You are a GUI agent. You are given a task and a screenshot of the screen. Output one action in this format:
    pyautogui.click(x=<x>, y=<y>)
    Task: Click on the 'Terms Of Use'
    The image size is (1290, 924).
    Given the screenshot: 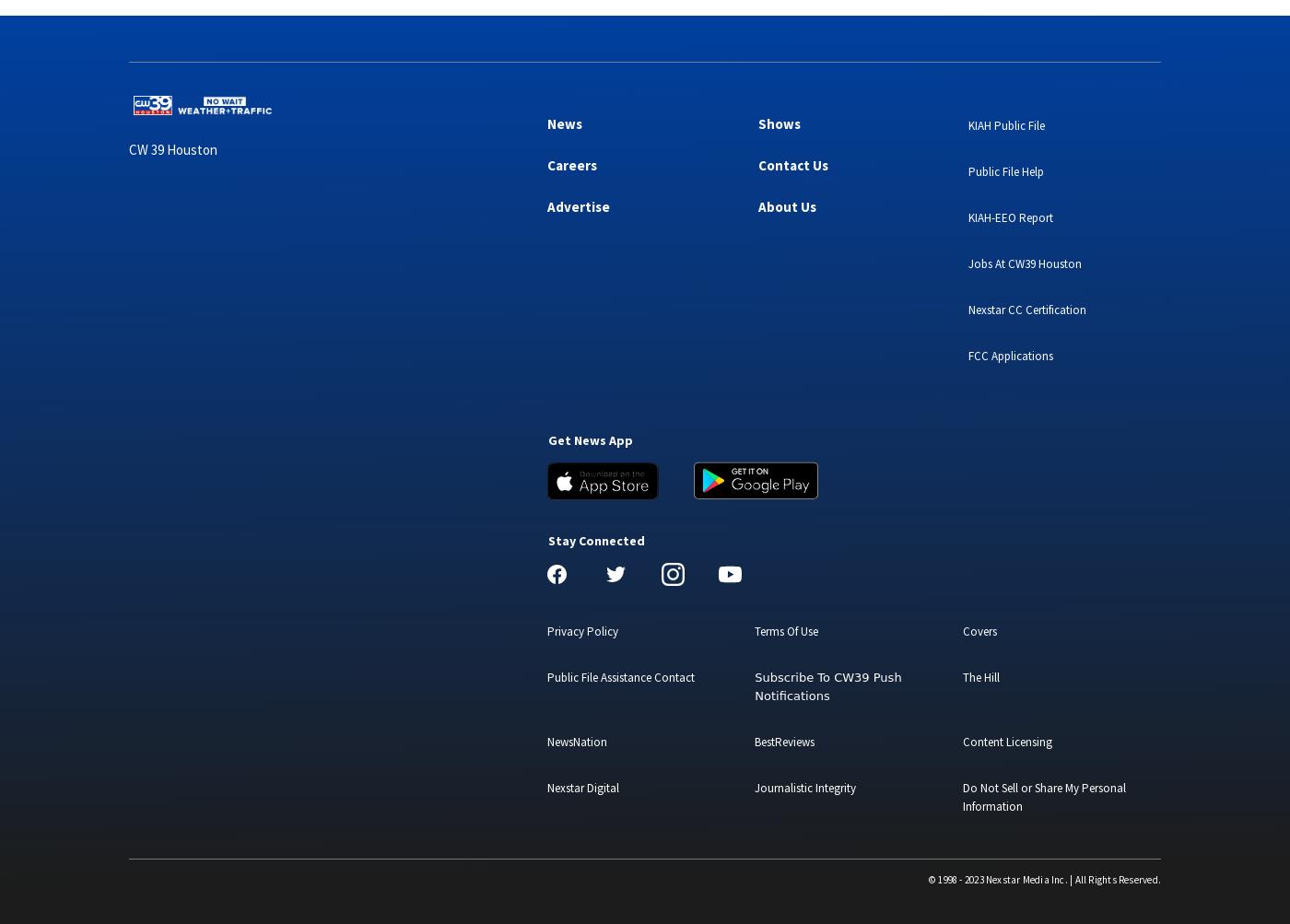 What is the action you would take?
    pyautogui.click(x=755, y=630)
    